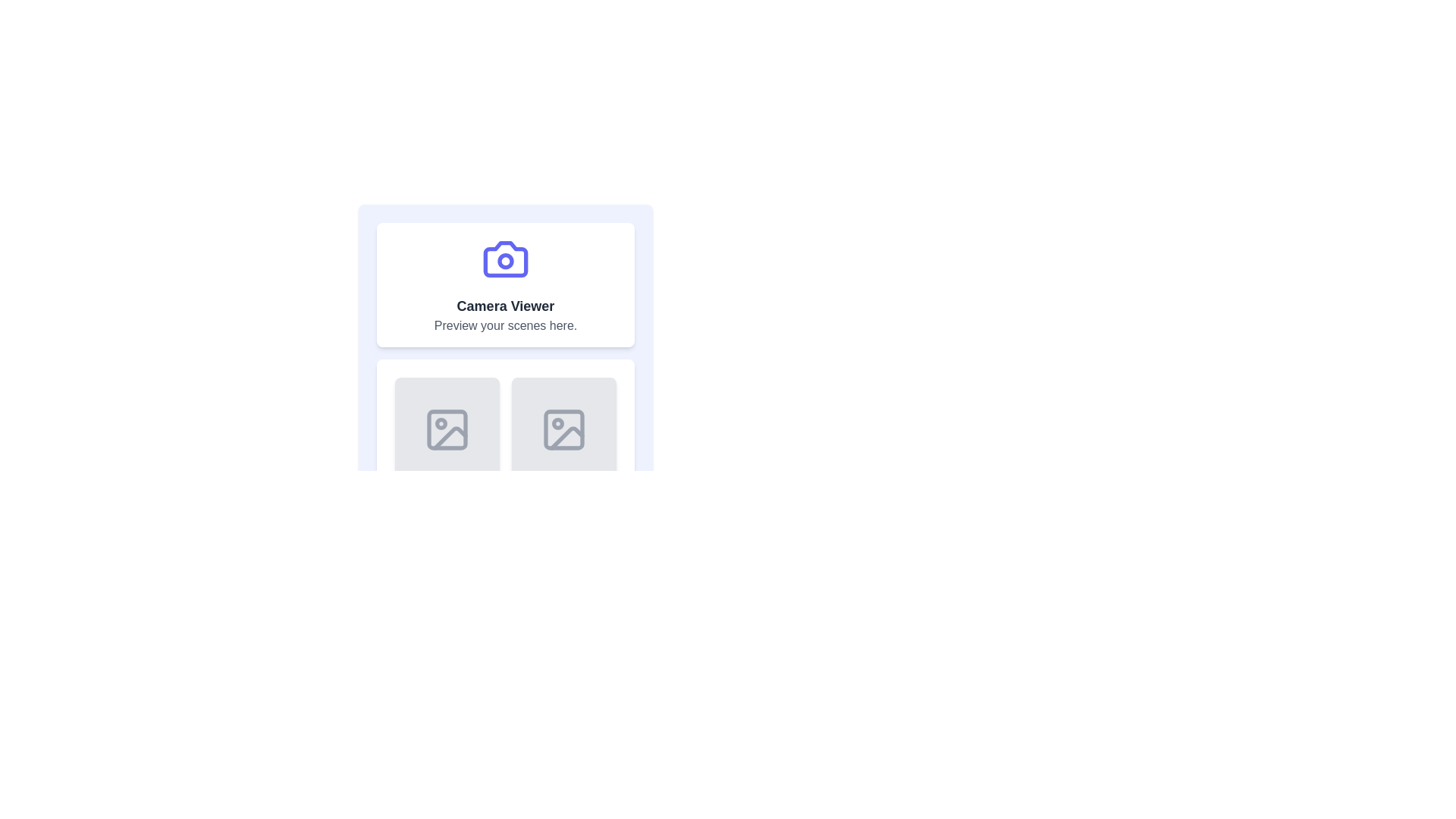 The width and height of the screenshot is (1456, 819). Describe the element at coordinates (563, 430) in the screenshot. I see `the light gray picture icon in the bottom-right area of the grid, located in the second row and second column` at that location.